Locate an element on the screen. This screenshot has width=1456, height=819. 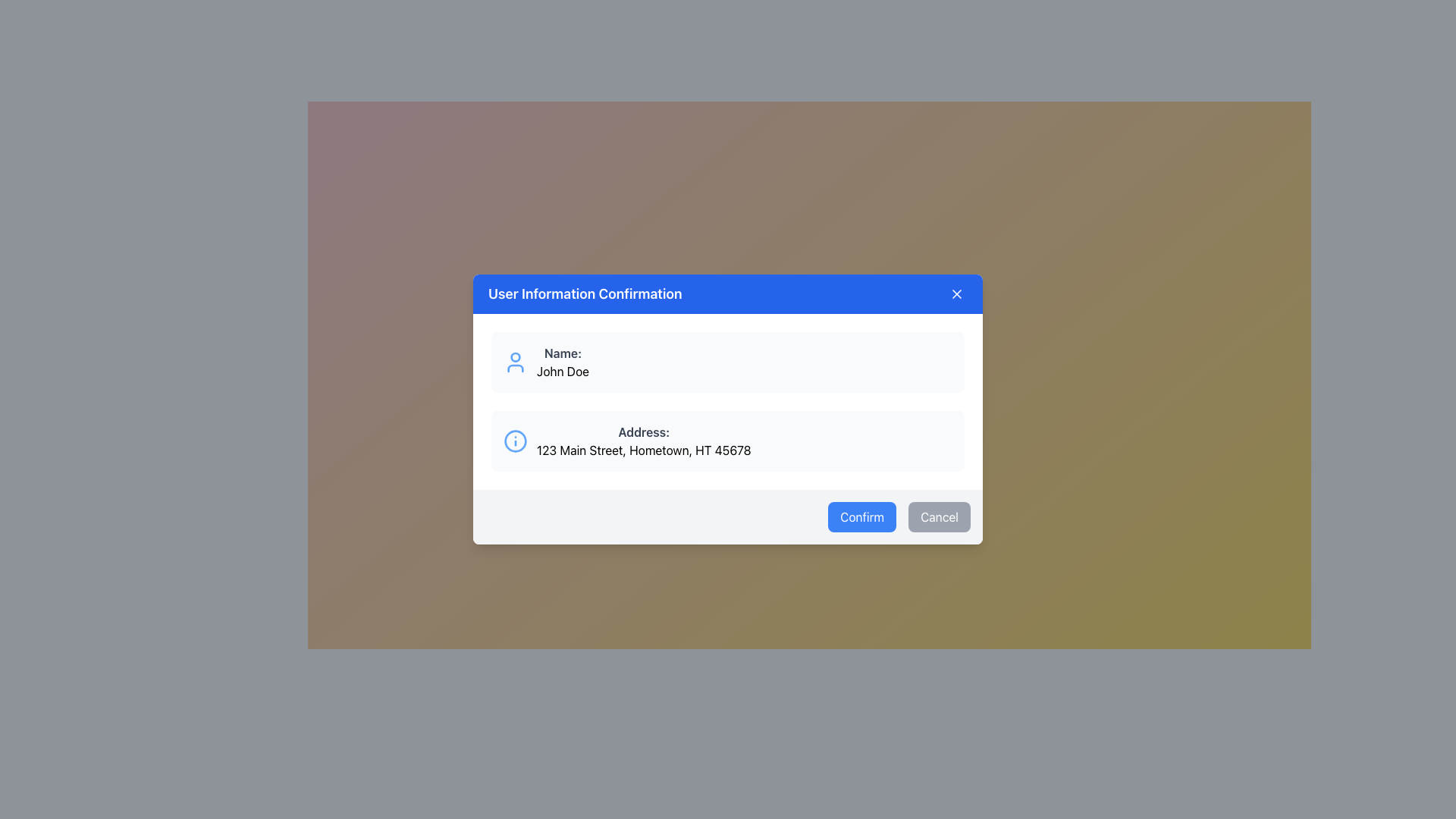
the second inline text element displaying the address information under the label 'Address:' in the 'User Information Confirmation' modal is located at coordinates (644, 450).